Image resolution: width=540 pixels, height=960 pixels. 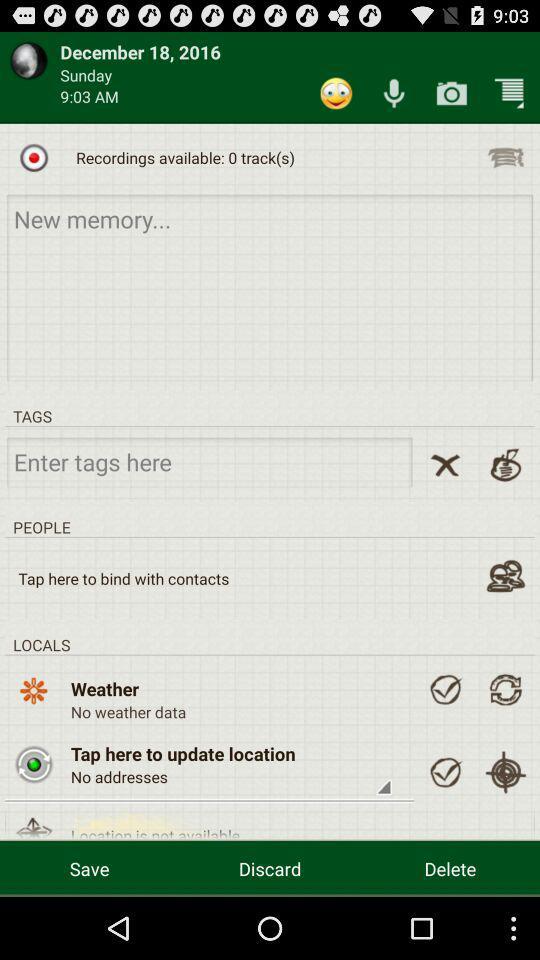 What do you see at coordinates (33, 822) in the screenshot?
I see `open location` at bounding box center [33, 822].